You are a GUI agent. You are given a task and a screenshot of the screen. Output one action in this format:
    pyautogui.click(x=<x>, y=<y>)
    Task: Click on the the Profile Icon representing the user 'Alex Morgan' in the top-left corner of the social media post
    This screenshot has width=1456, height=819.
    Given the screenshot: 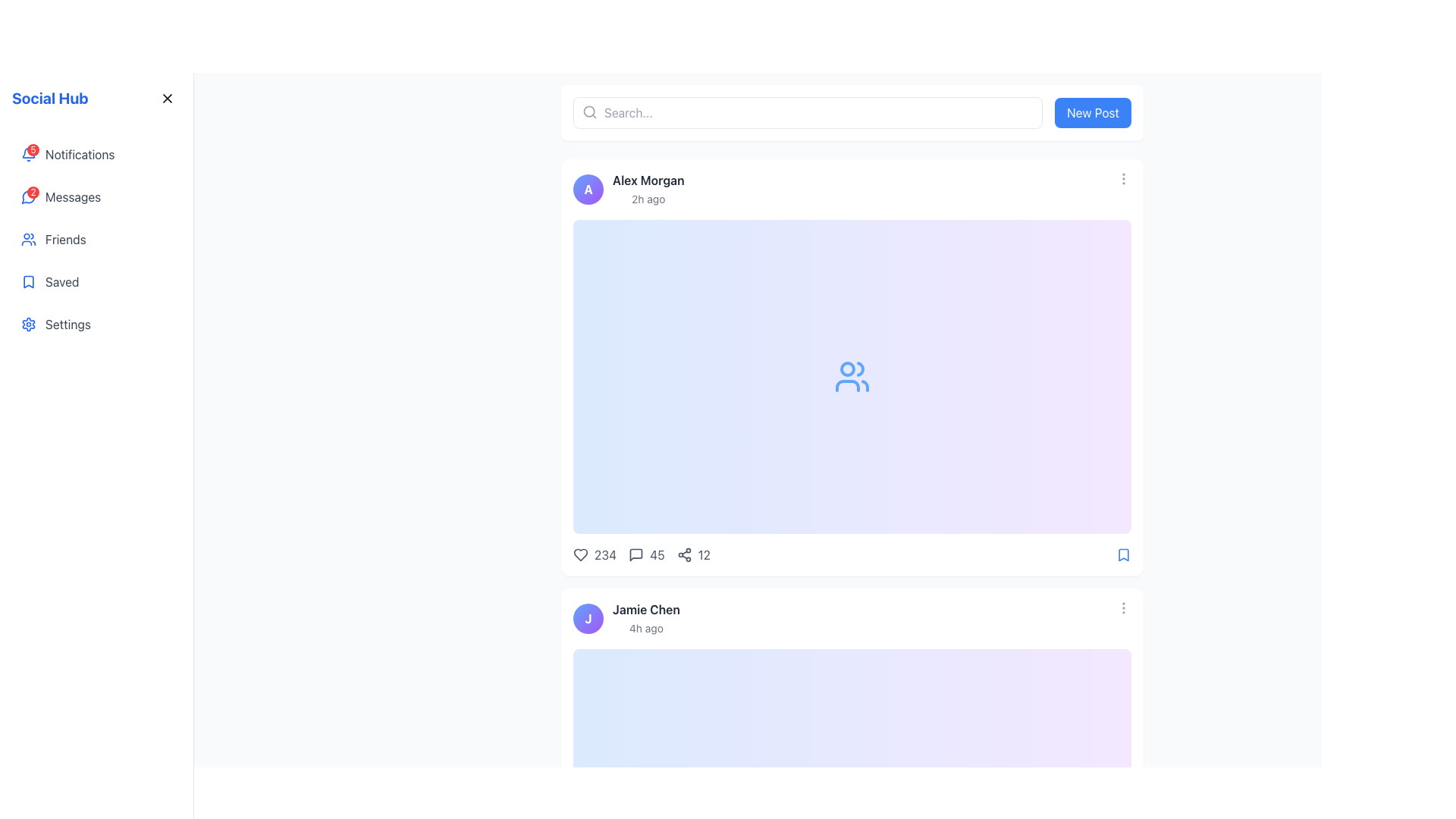 What is the action you would take?
    pyautogui.click(x=588, y=189)
    